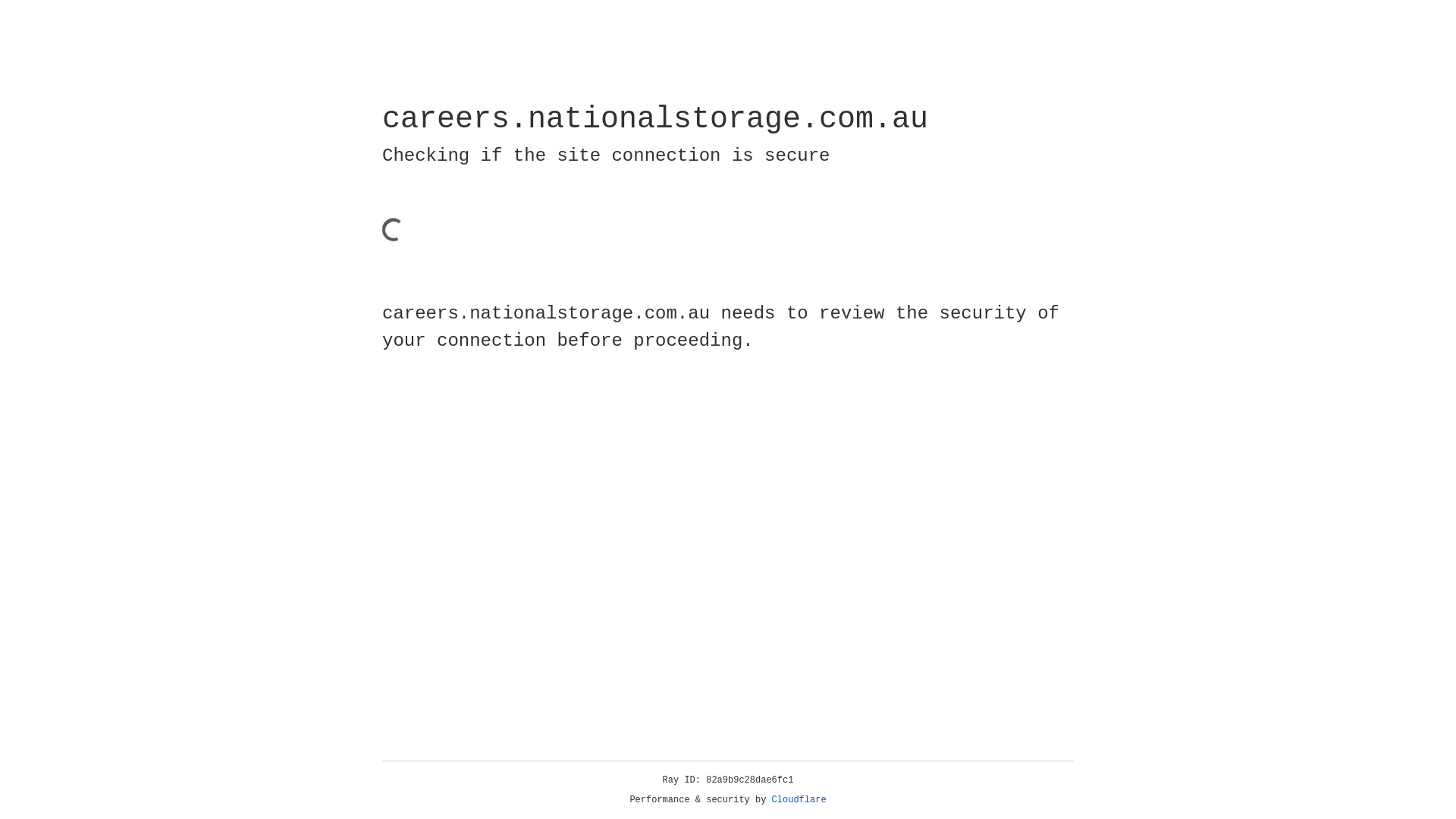  Describe the element at coordinates (799, 799) in the screenshot. I see `'Cloudflare'` at that location.